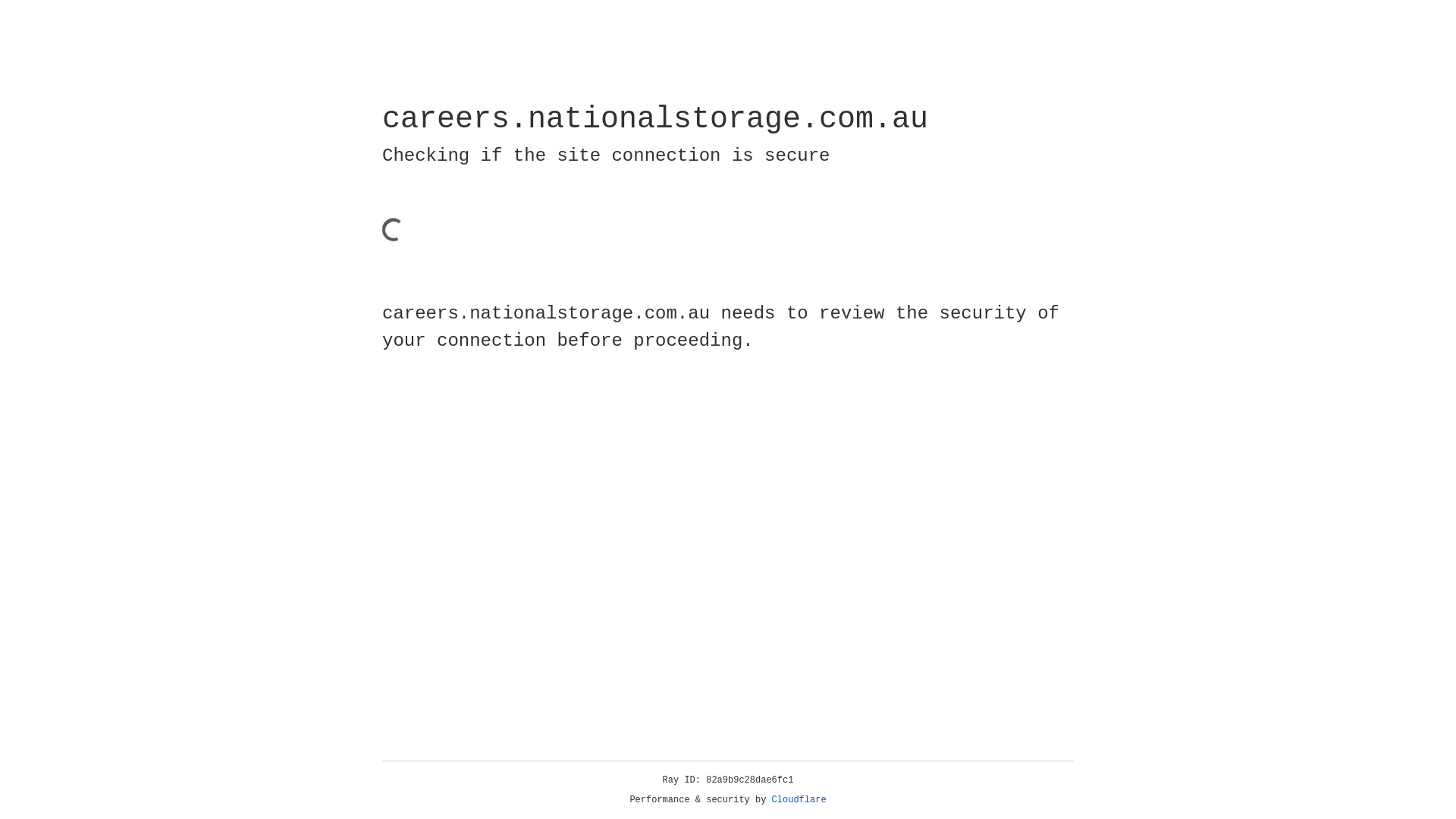  Describe the element at coordinates (799, 799) in the screenshot. I see `'Cloudflare'` at that location.